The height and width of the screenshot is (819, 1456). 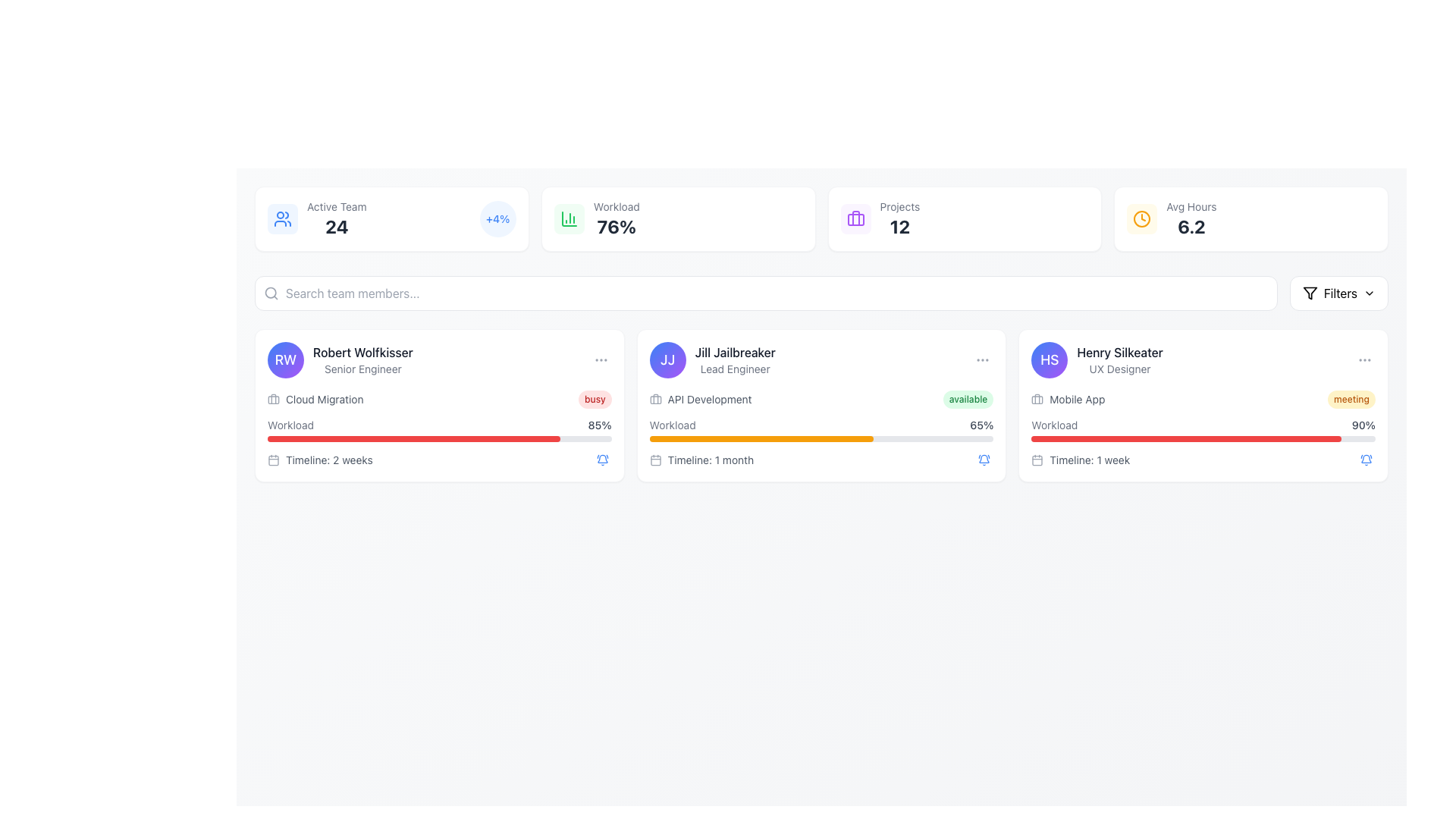 I want to click on the progress bar located beneath the text 'Workload: 85%' in the card labeled 'Robert Wolfkisser - Senior Engineer', so click(x=413, y=438).